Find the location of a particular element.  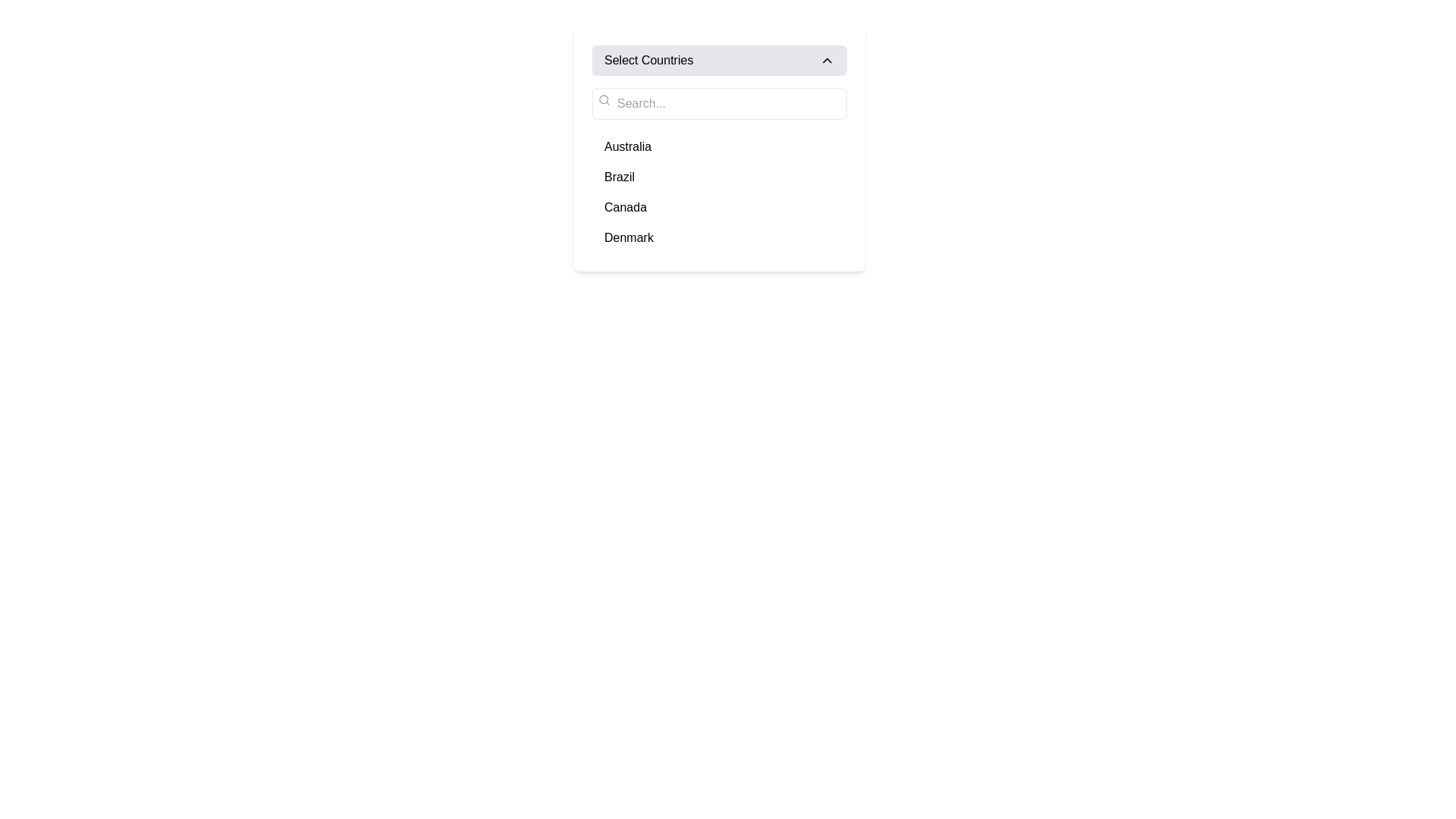

the Decorative SVG Element (Circle) which is part of the search icon located at the left end of the text input field aligned with the placeholder text 'Search...' is located at coordinates (603, 99).